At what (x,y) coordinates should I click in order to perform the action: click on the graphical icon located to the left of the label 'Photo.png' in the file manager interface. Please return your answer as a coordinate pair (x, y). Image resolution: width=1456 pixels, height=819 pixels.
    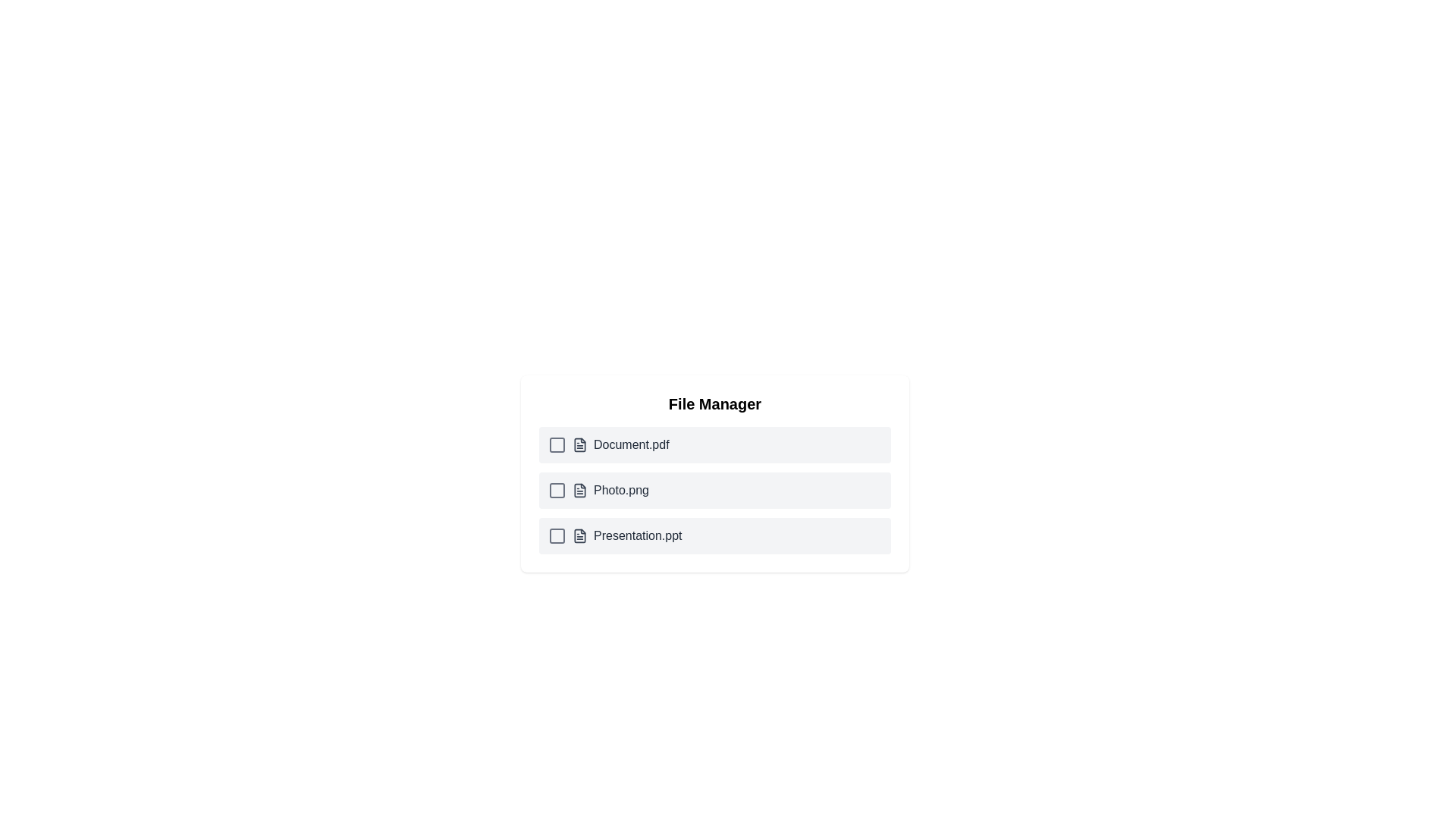
    Looking at the image, I should click on (556, 491).